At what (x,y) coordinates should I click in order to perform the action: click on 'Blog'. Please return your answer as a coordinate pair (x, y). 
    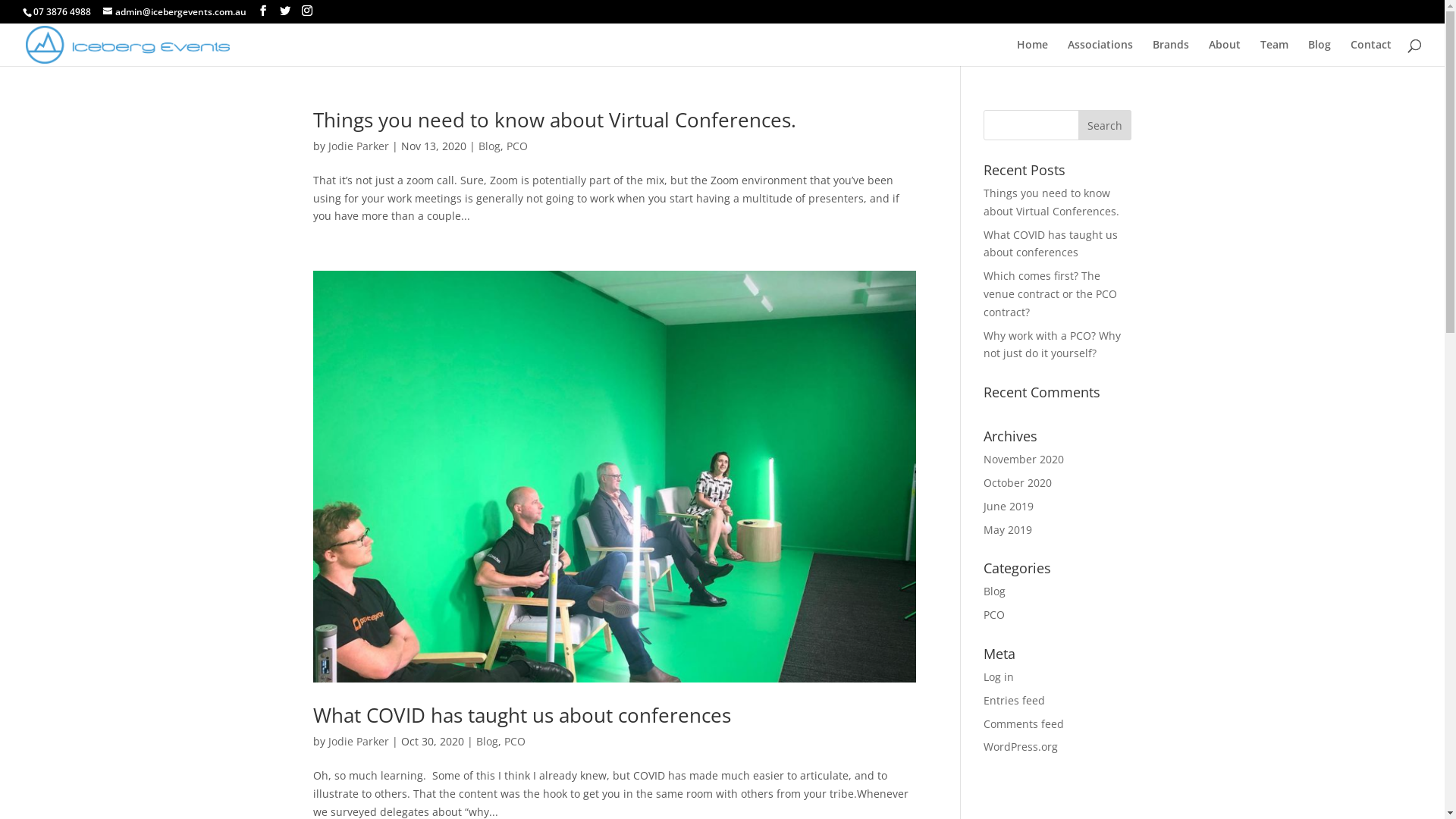
    Looking at the image, I should click on (487, 740).